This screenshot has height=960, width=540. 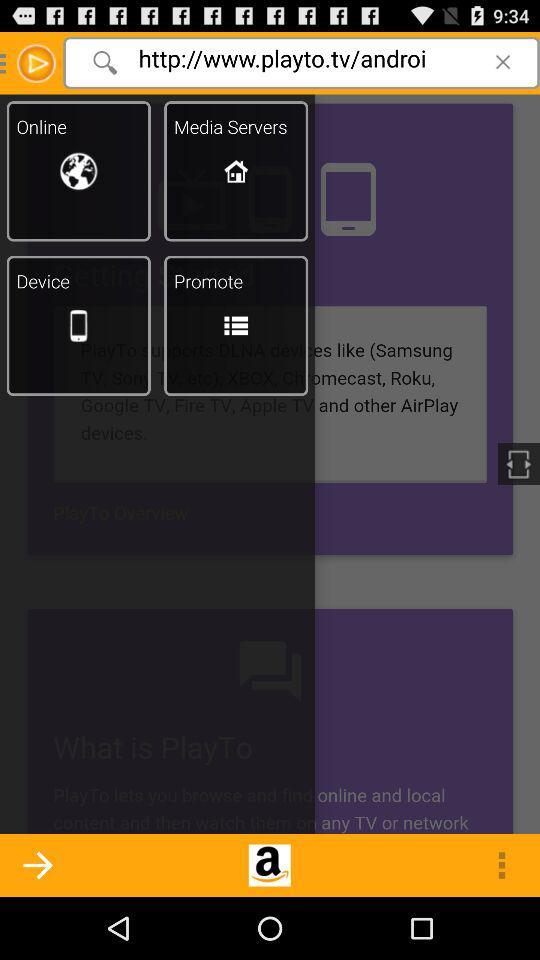 What do you see at coordinates (269, 864) in the screenshot?
I see `the logo shown at the bottom center of the page` at bounding box center [269, 864].